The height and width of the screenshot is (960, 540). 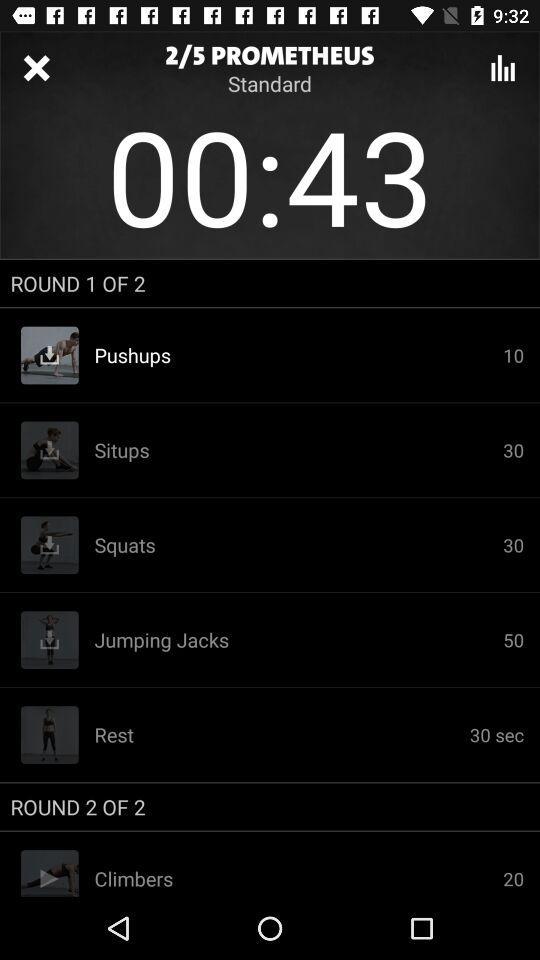 I want to click on icon next to 2/5 prometheus, so click(x=36, y=68).